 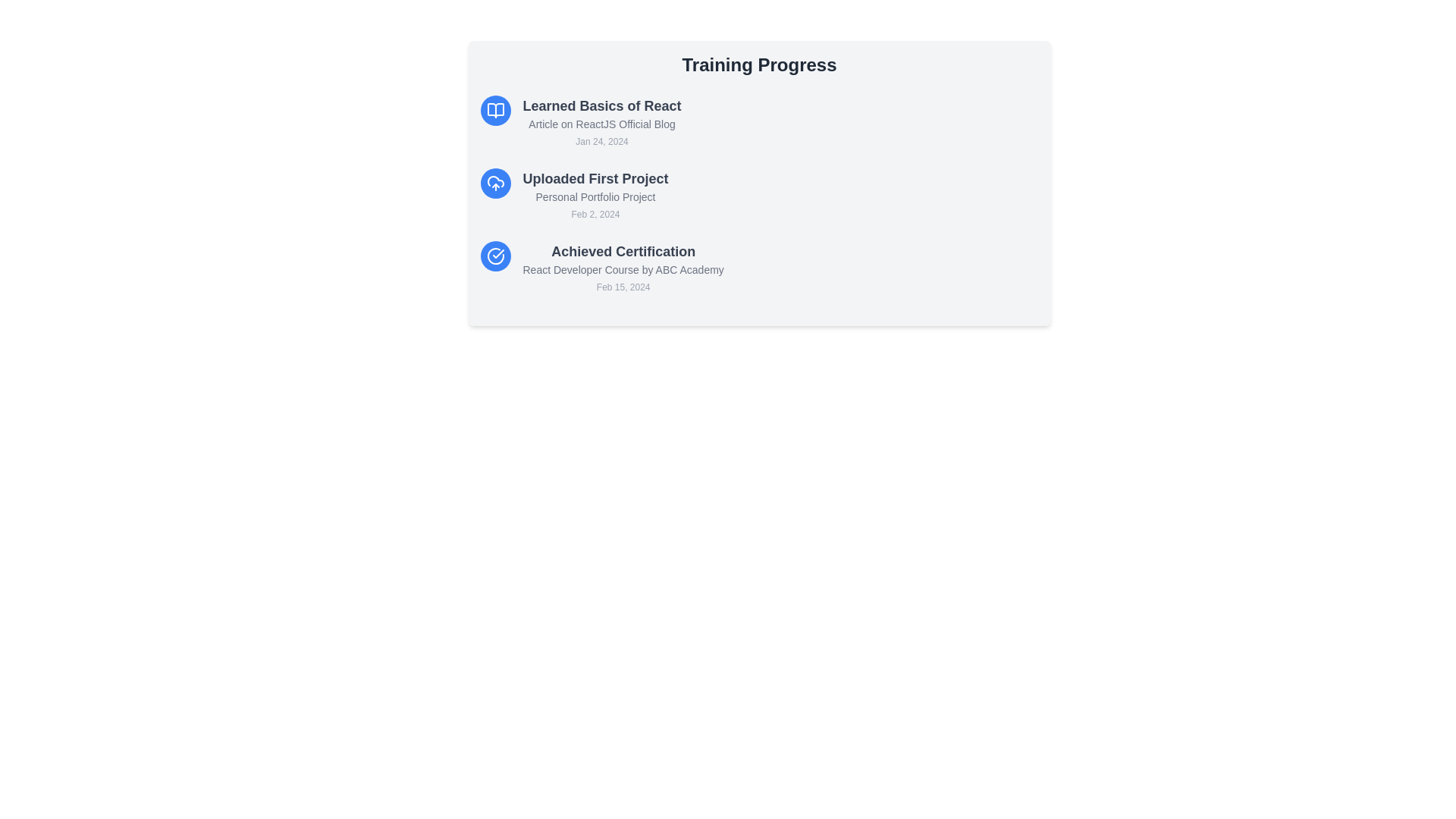 I want to click on the cloud upload icon within the 'Uploaded First Project' step, which is styled in white with a blue circular background, so click(x=495, y=183).